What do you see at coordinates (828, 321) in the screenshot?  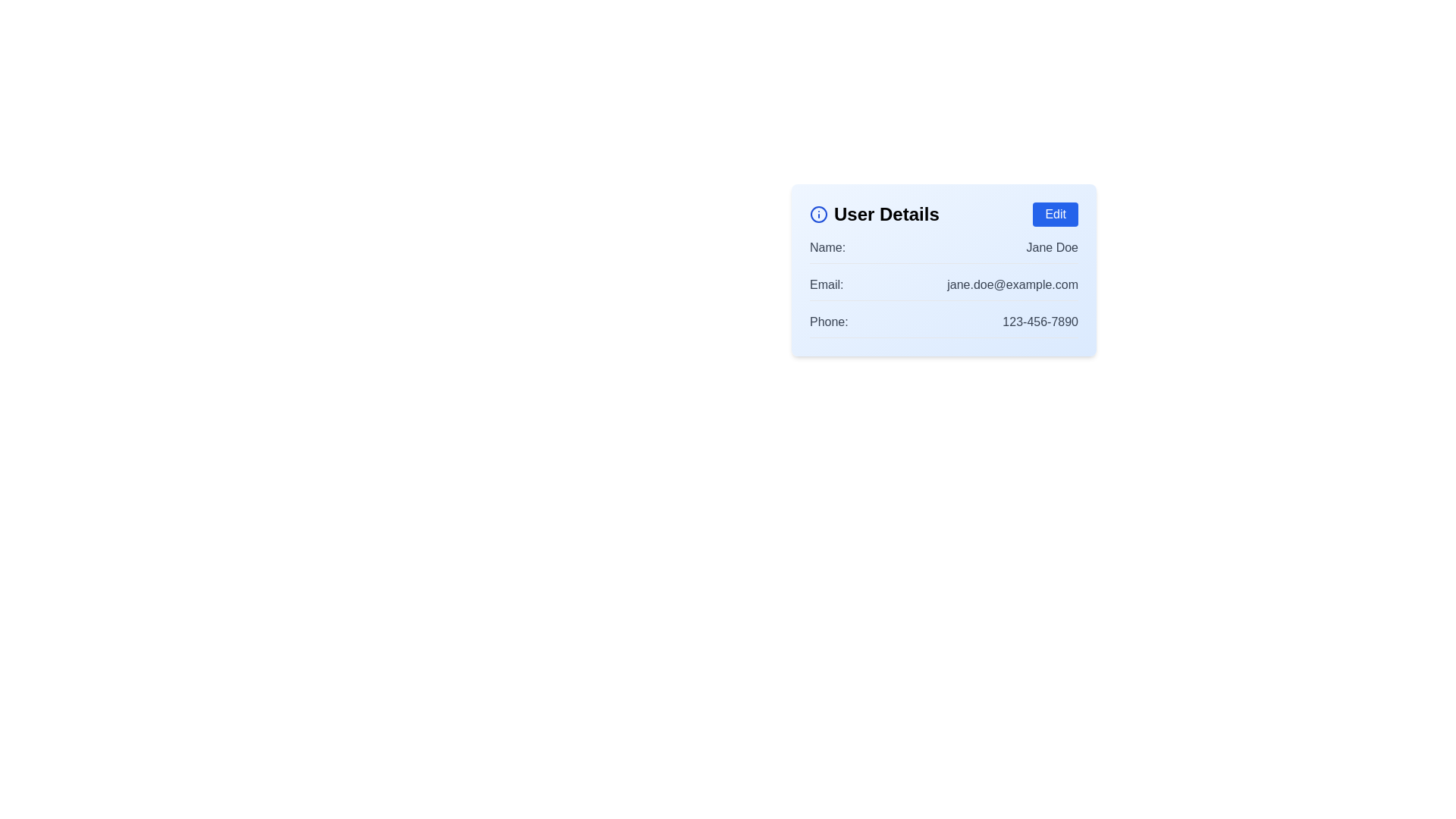 I see `text label that says 'Phone:' which is located in the 'User Details' panel, positioned above the phone number and below the 'Email:' label` at bounding box center [828, 321].